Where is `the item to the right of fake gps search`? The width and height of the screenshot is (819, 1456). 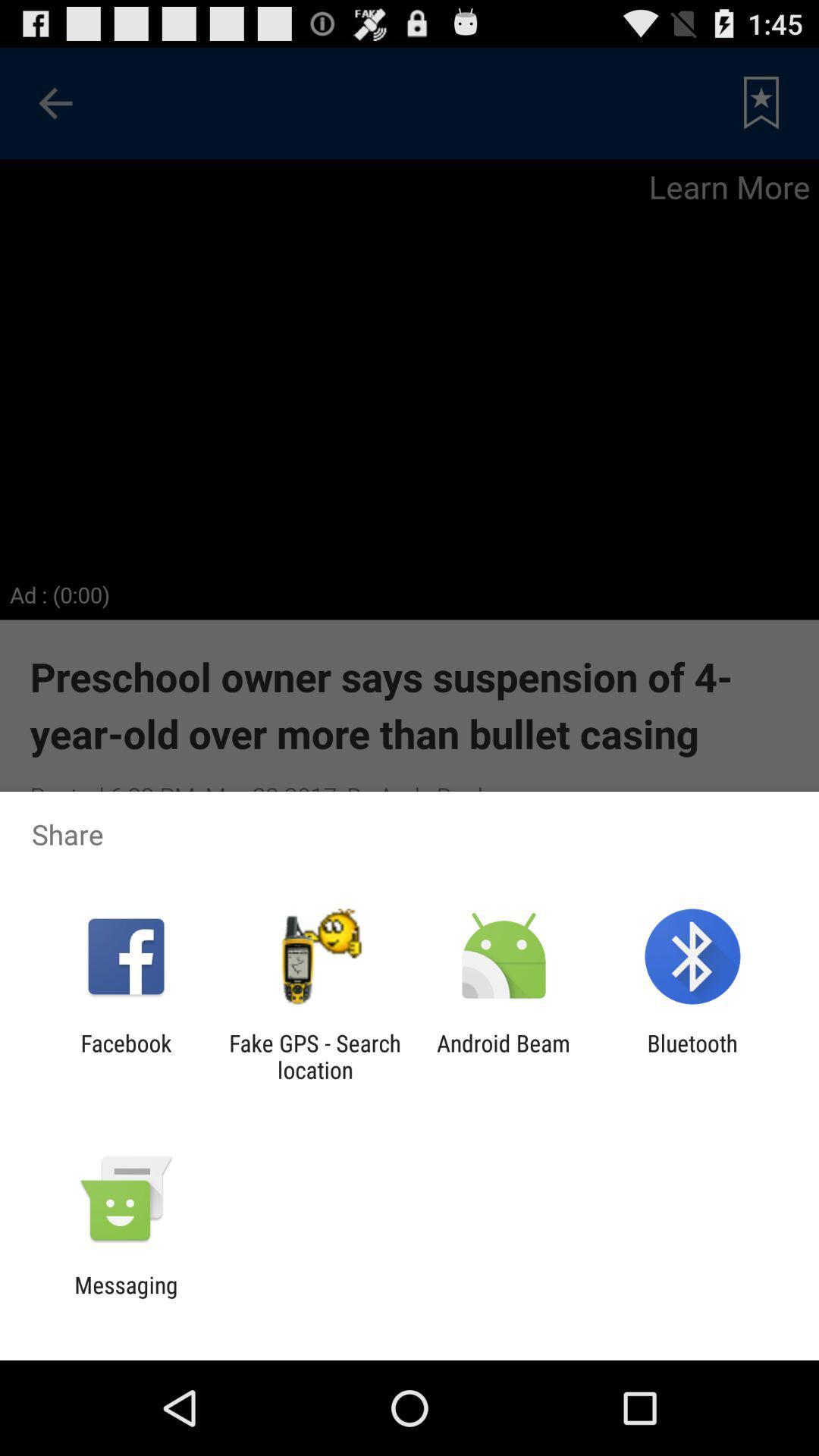
the item to the right of fake gps search is located at coordinates (504, 1056).